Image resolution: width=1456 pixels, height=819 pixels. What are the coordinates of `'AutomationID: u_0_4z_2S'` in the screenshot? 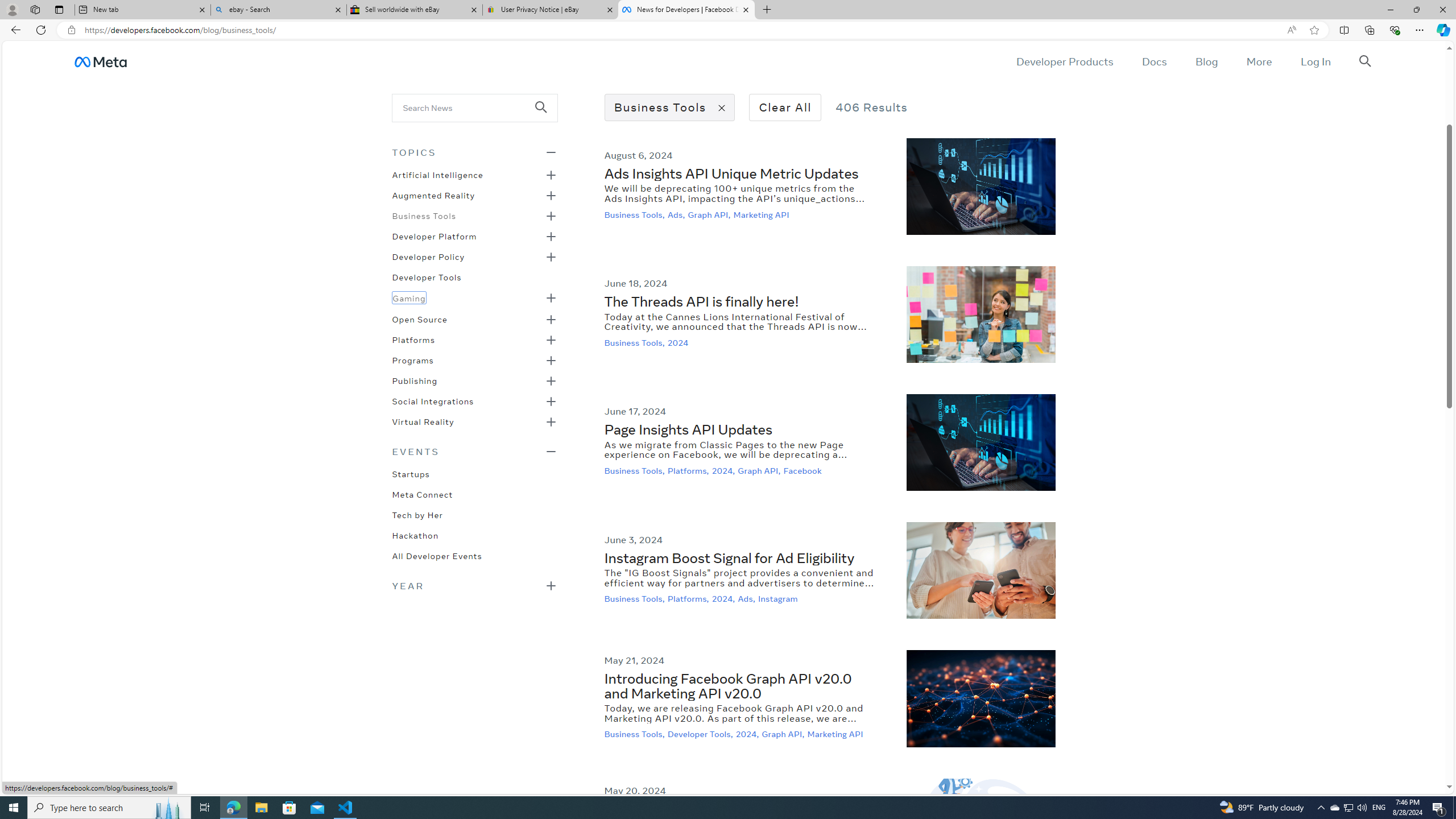 It's located at (100, 61).